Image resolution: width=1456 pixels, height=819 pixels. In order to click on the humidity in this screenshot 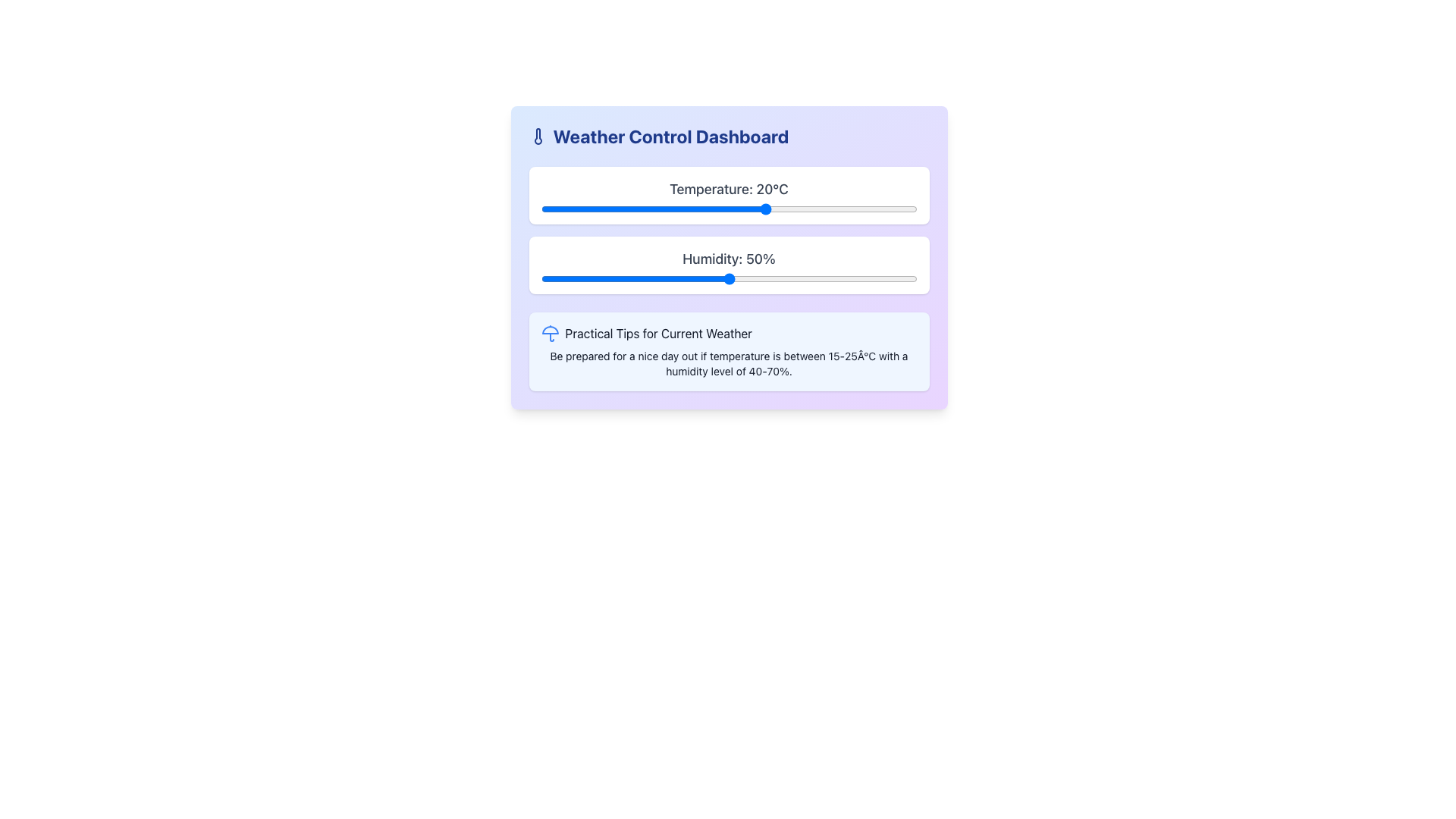, I will do `click(709, 278)`.